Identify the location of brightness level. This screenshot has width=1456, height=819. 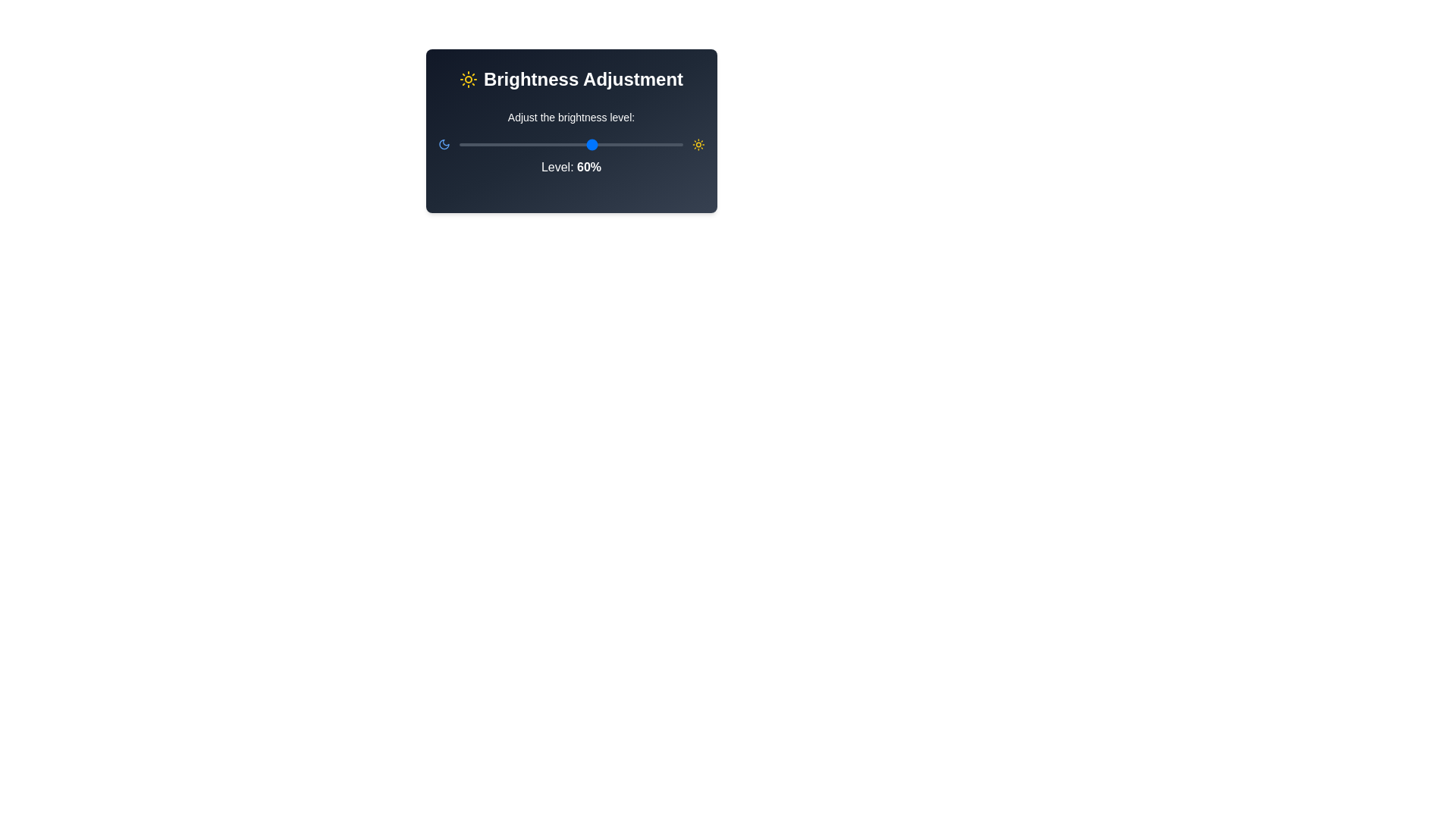
(633, 145).